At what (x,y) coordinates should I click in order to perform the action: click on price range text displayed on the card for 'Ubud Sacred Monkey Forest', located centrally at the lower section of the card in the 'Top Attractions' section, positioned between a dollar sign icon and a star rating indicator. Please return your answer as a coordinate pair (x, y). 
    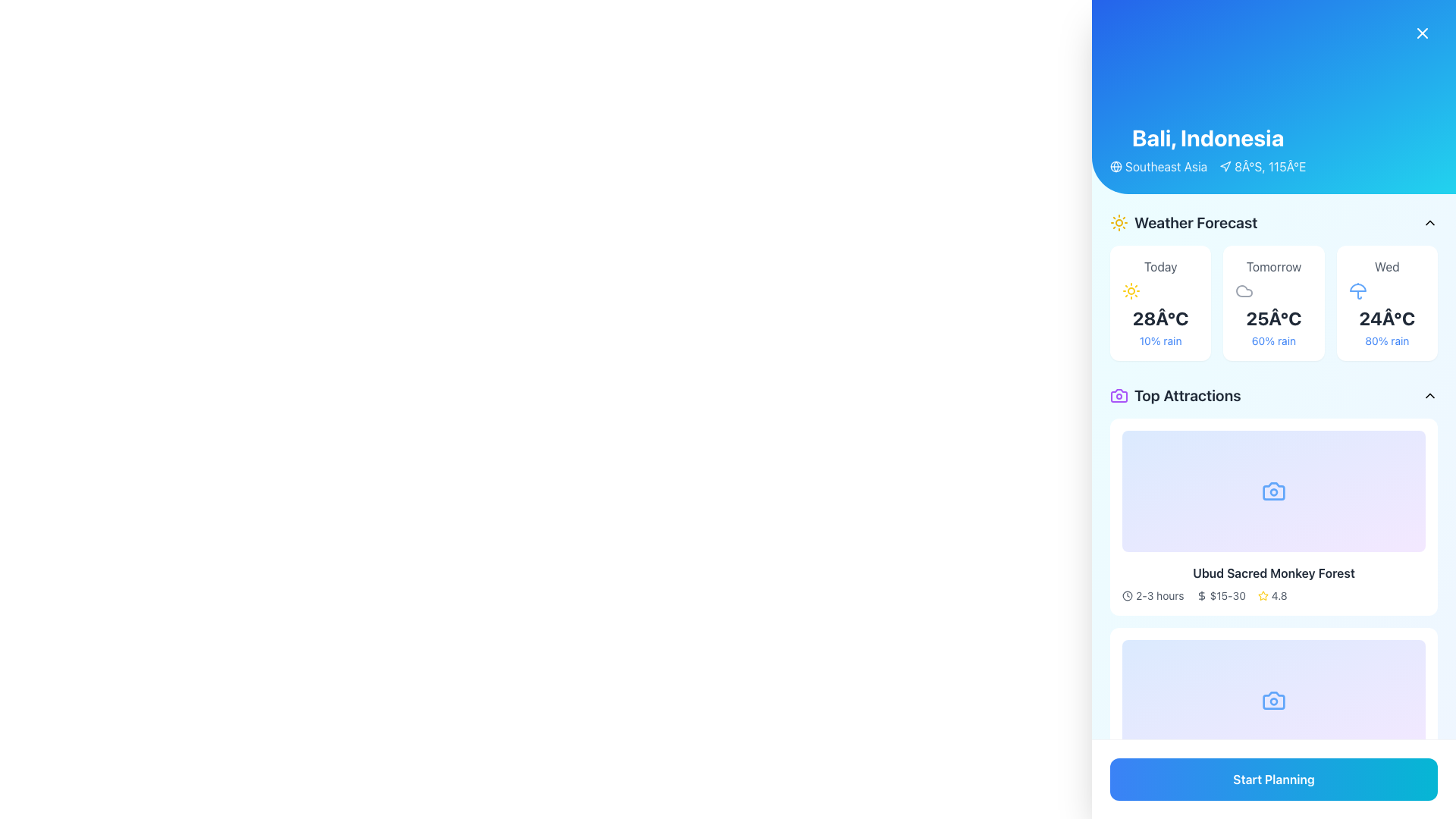
    Looking at the image, I should click on (1228, 595).